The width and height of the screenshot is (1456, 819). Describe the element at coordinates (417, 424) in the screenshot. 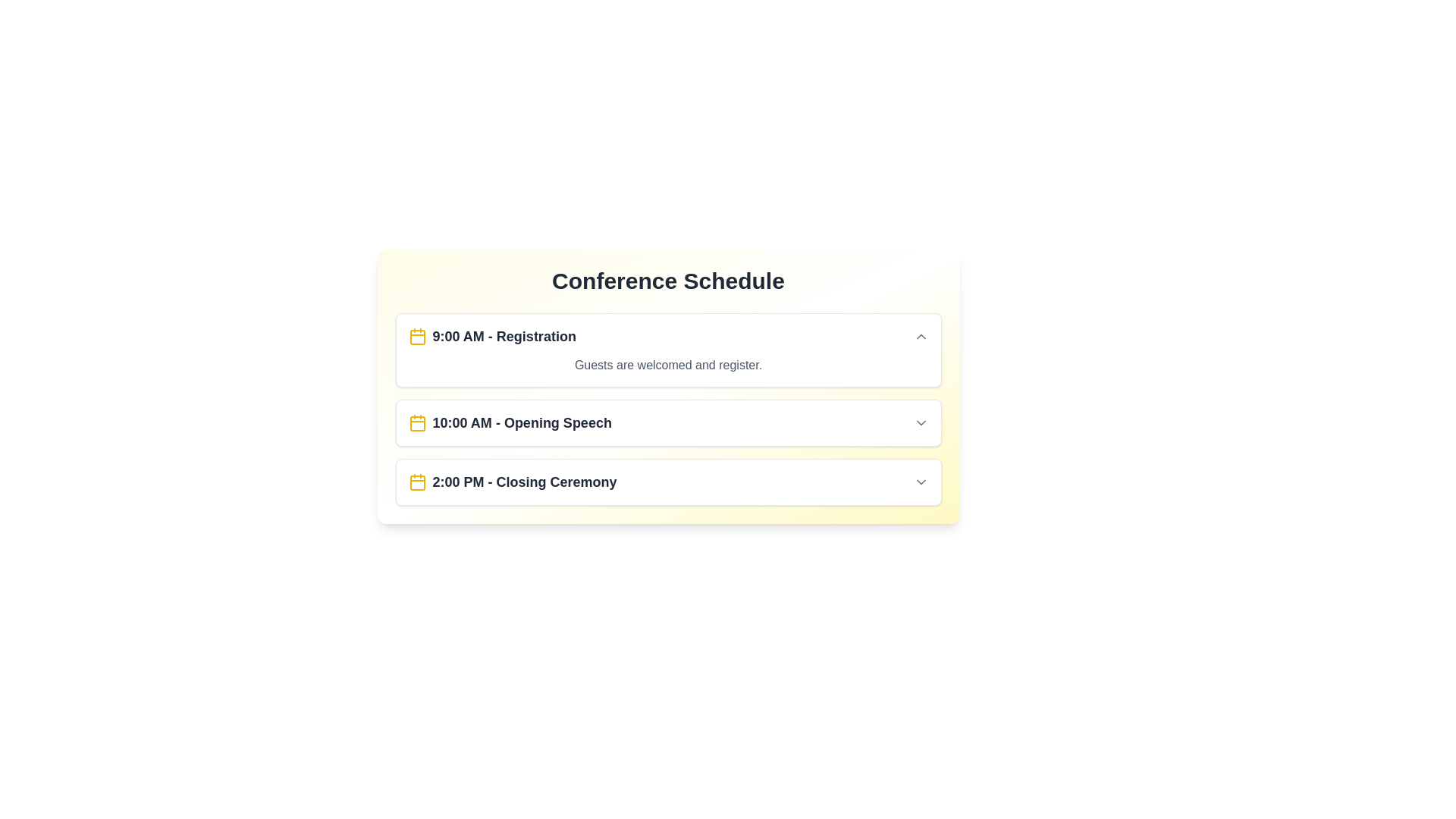

I see `the inner rectangle within the yellow calendar icon, which is located to the left of the text '9:00 AM – Registration' in the topmost entry of a vertical list` at that location.